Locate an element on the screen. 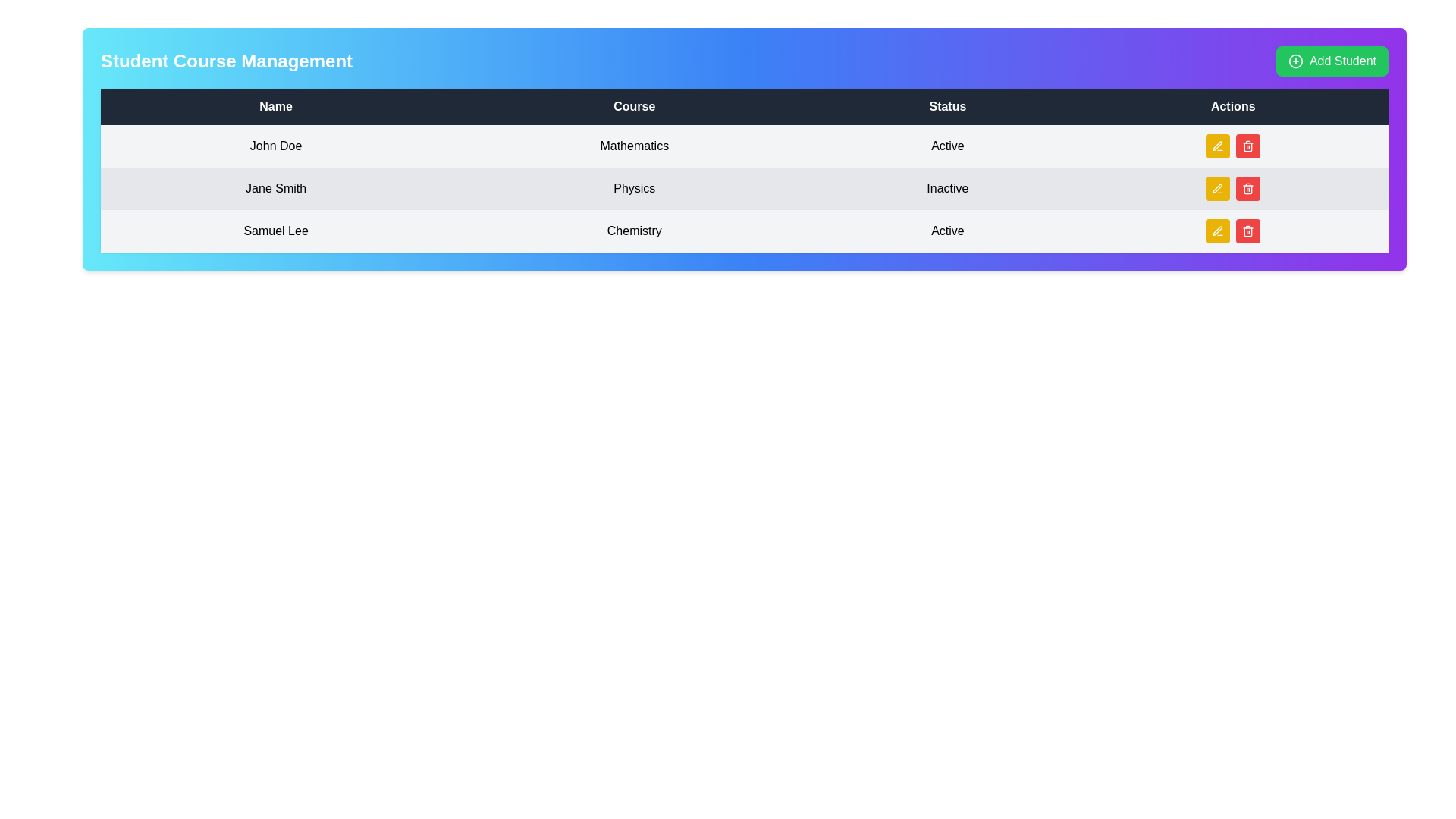  the 'Add Student' button with a green background and white text to trigger hover effects is located at coordinates (1331, 61).